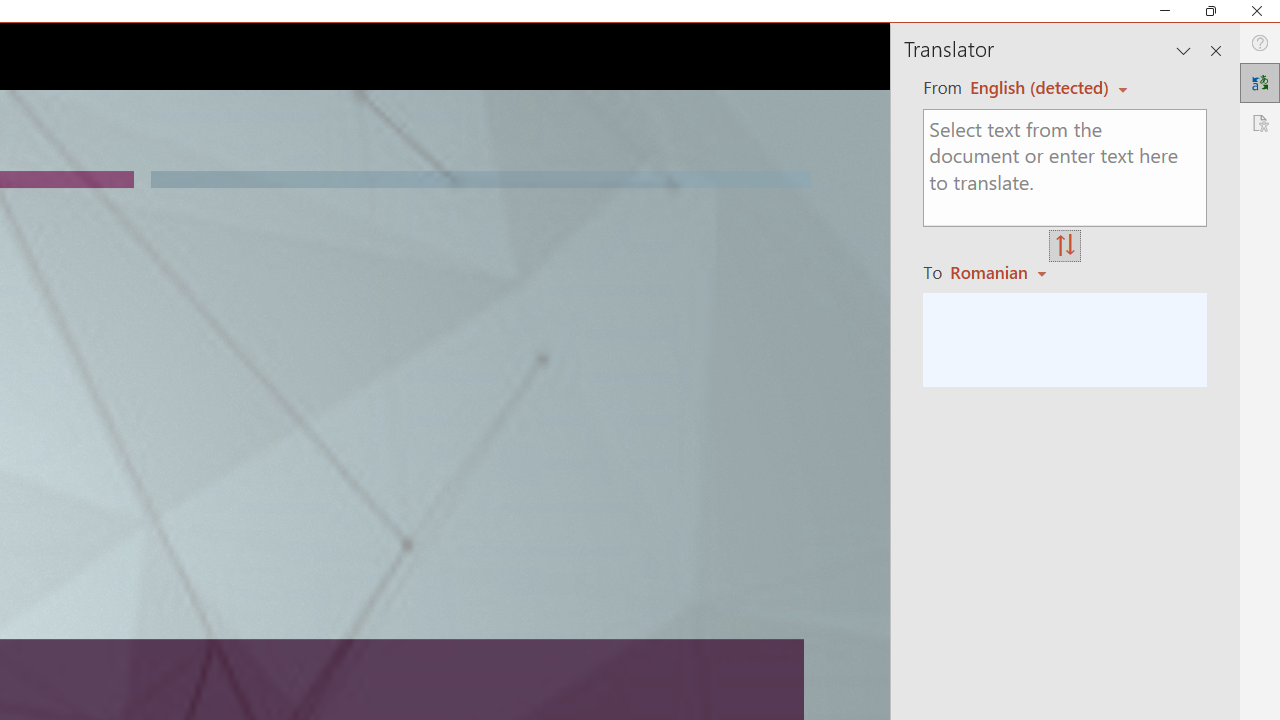  I want to click on 'Czech (detected)', so click(1040, 86).